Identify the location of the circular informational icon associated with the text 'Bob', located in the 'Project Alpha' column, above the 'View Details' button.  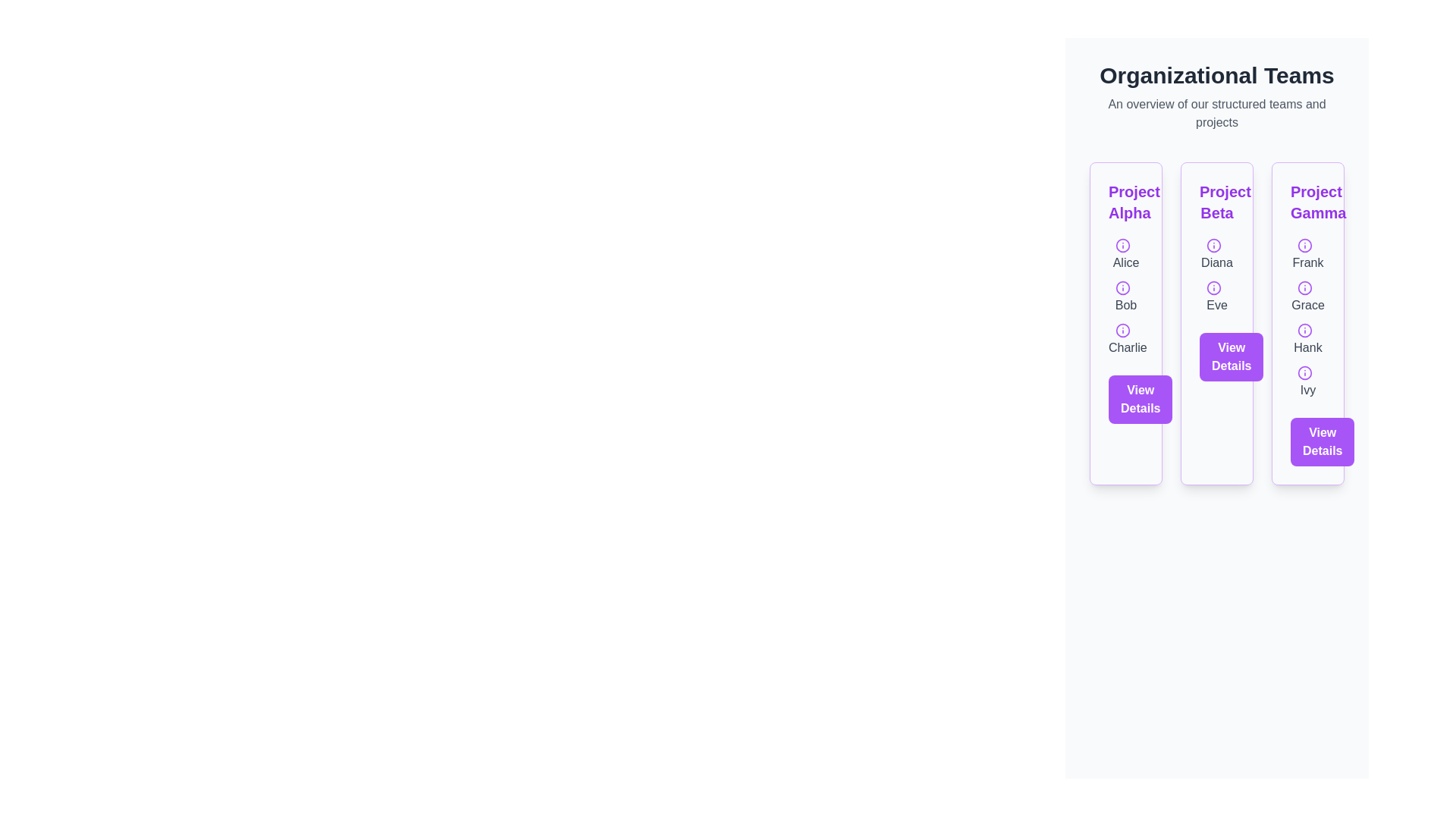
(1123, 287).